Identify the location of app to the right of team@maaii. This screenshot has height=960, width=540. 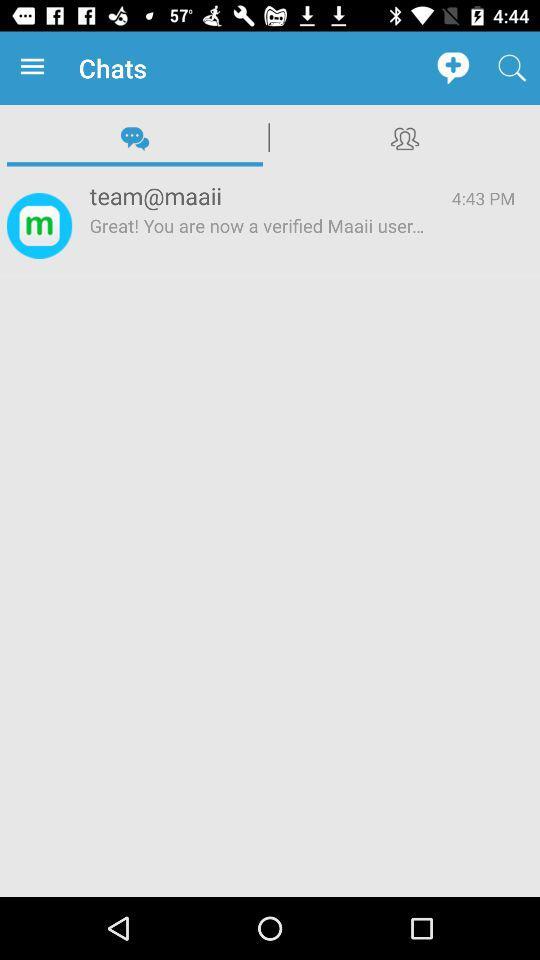
(482, 198).